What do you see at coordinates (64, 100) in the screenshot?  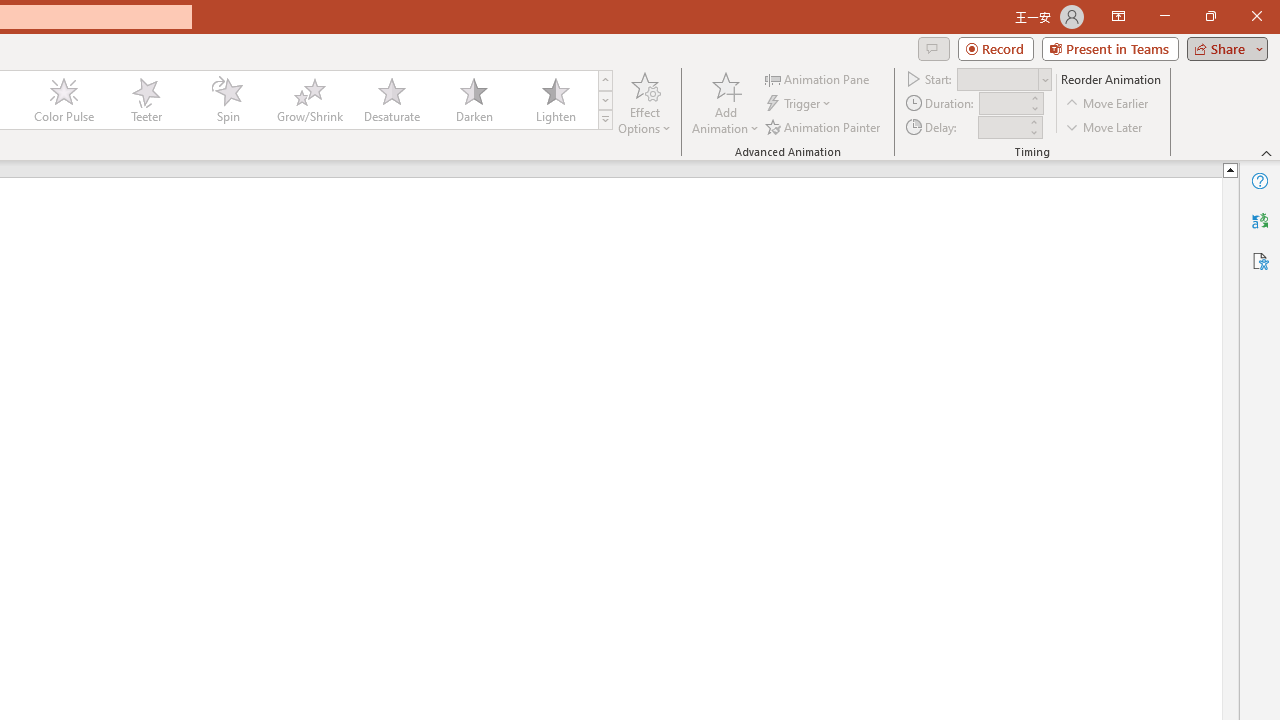 I see `'Color Pulse'` at bounding box center [64, 100].